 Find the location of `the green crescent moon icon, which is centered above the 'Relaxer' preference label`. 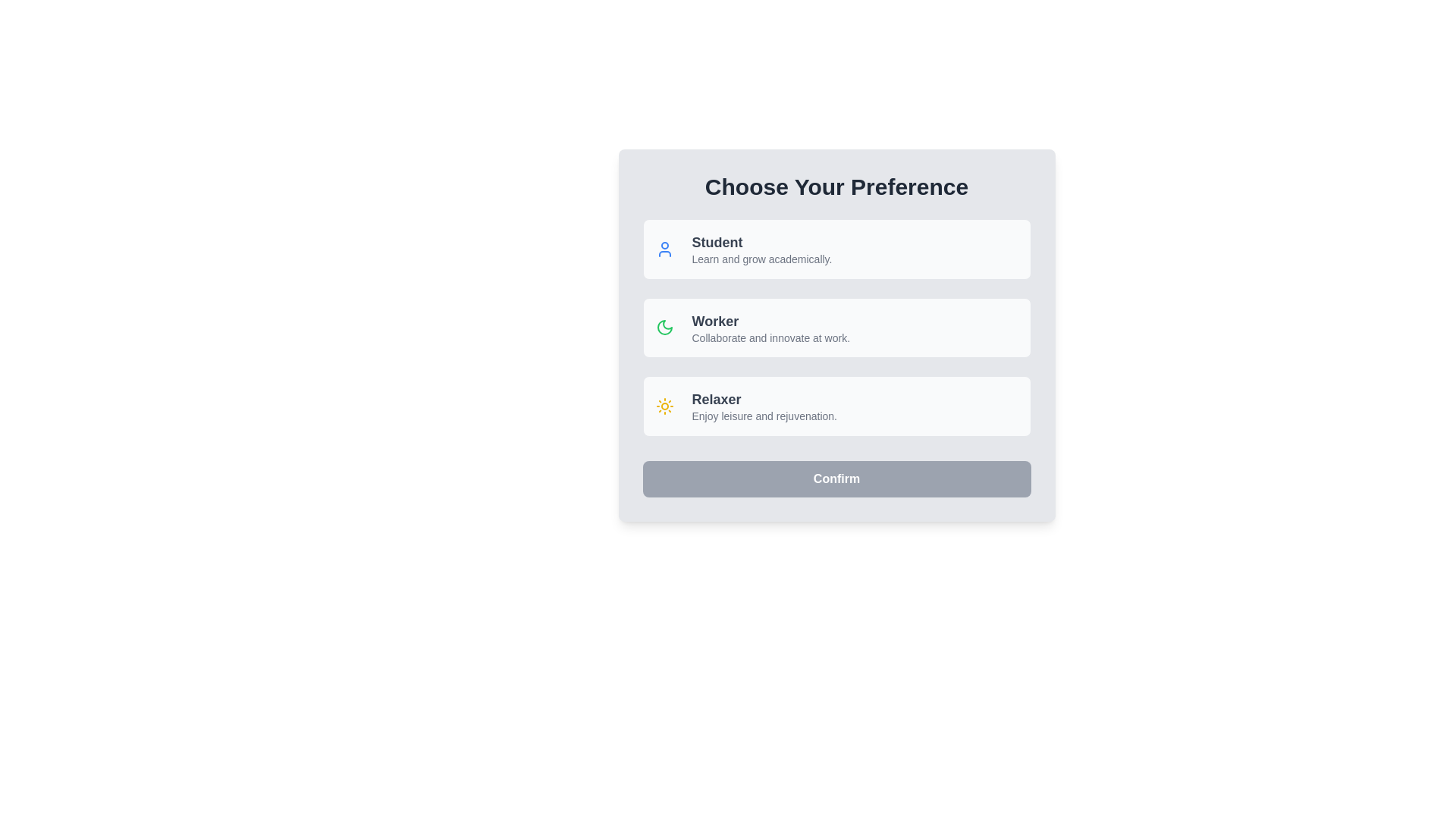

the green crescent moon icon, which is centered above the 'Relaxer' preference label is located at coordinates (664, 327).